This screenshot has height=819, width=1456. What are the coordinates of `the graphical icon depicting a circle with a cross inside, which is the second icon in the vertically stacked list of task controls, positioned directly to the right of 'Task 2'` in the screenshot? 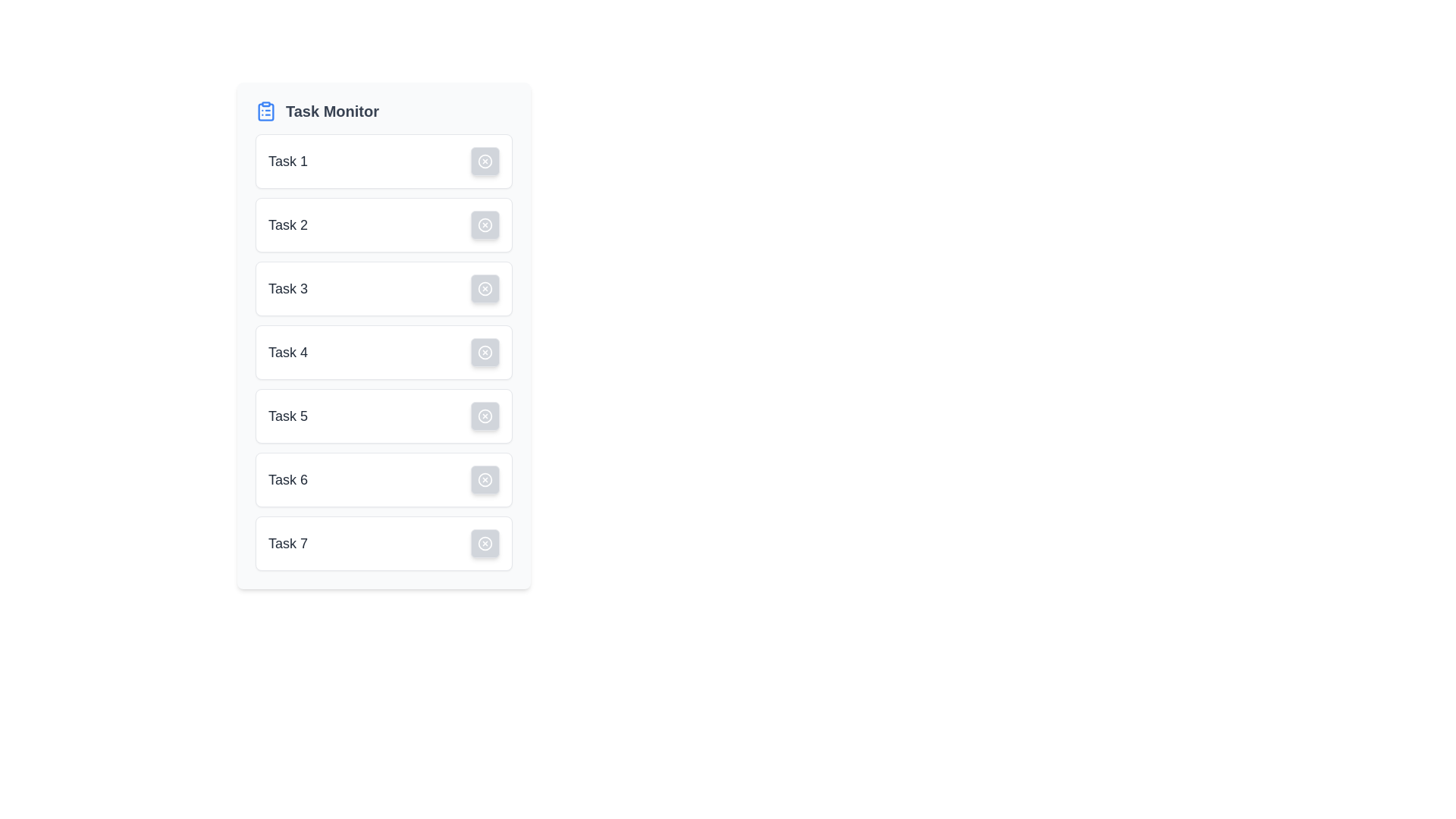 It's located at (484, 225).